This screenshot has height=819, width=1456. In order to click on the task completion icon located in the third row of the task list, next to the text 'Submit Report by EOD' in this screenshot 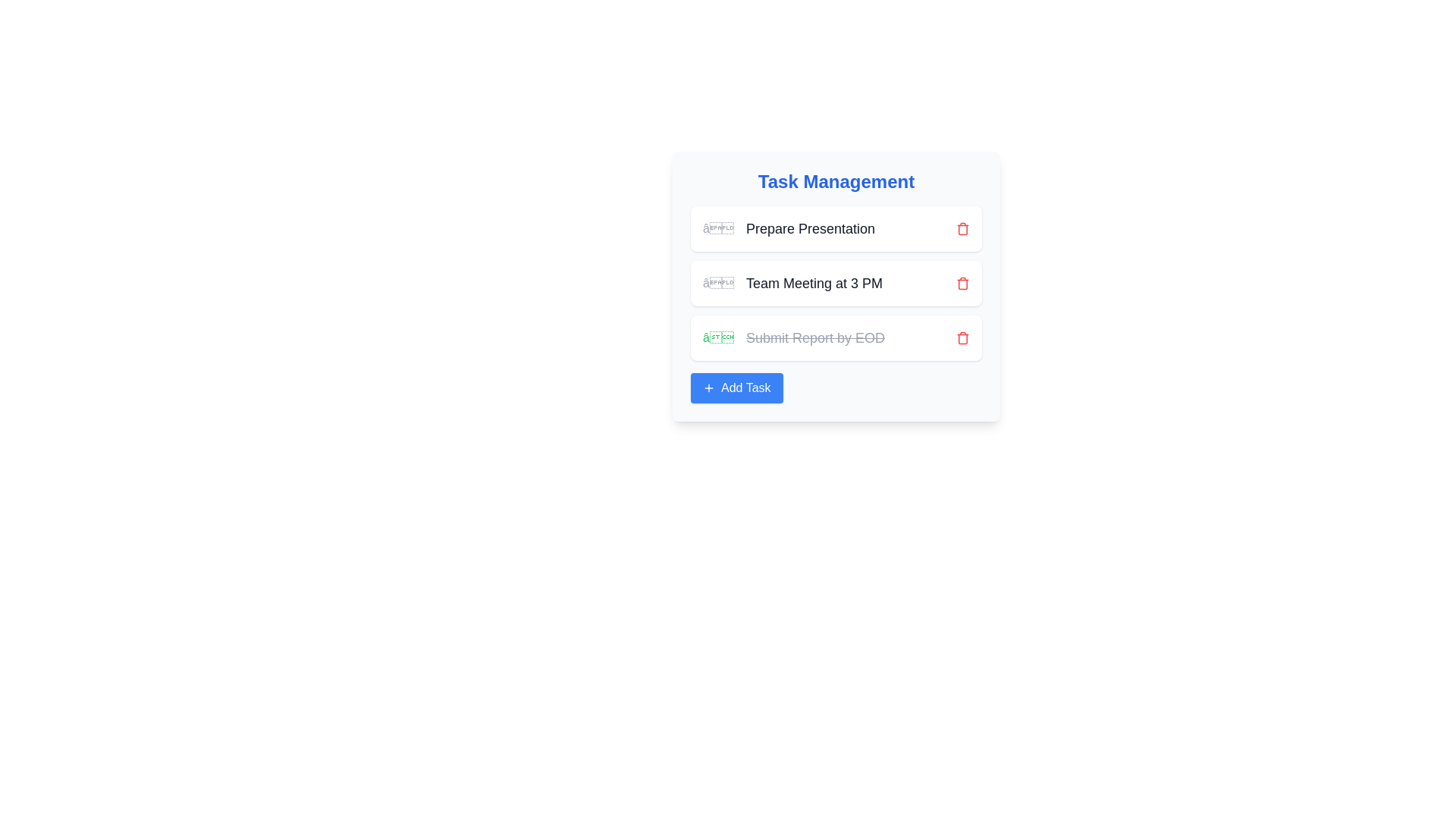, I will do `click(717, 337)`.